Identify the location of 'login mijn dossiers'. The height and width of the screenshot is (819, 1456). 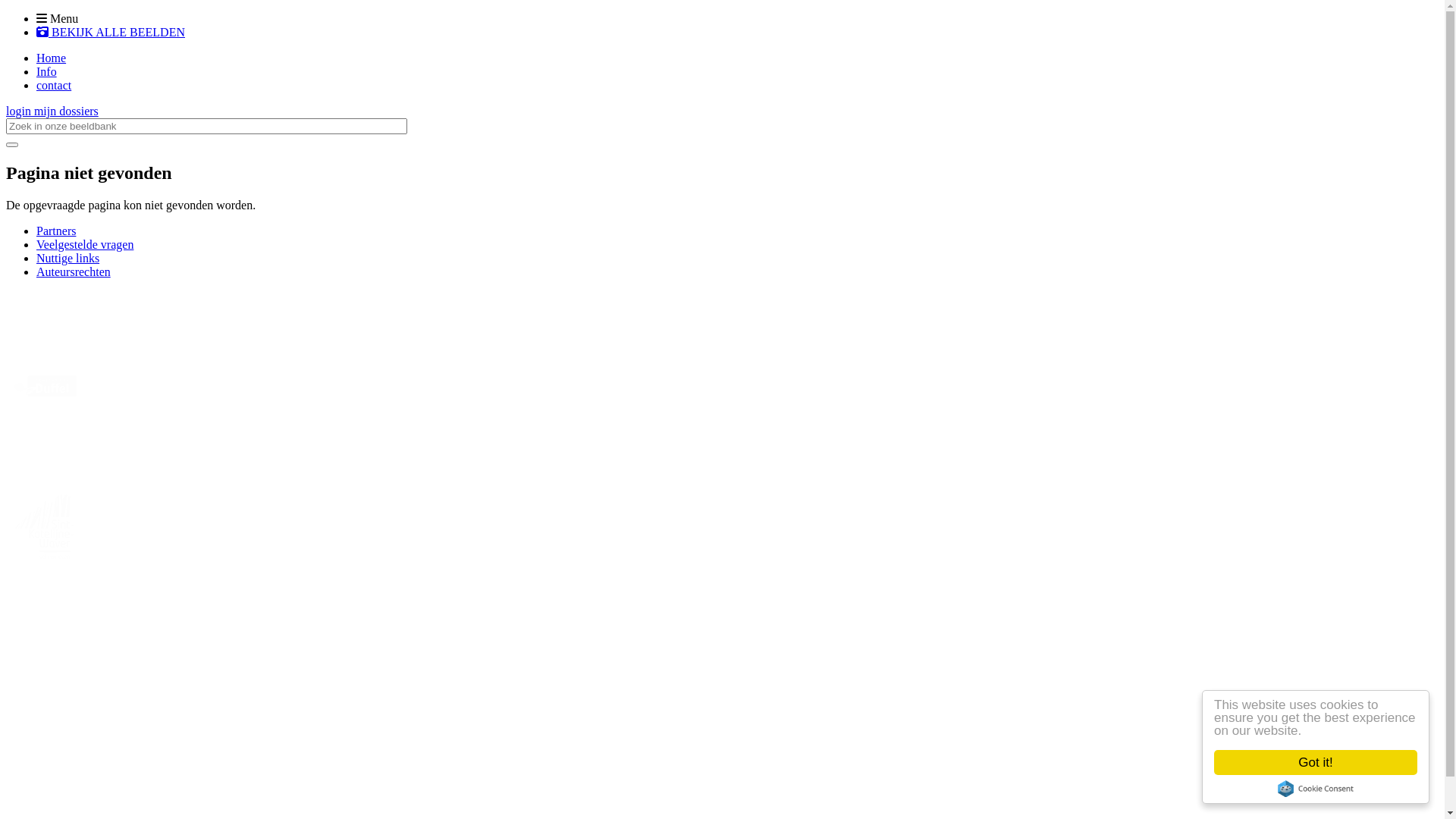
(52, 110).